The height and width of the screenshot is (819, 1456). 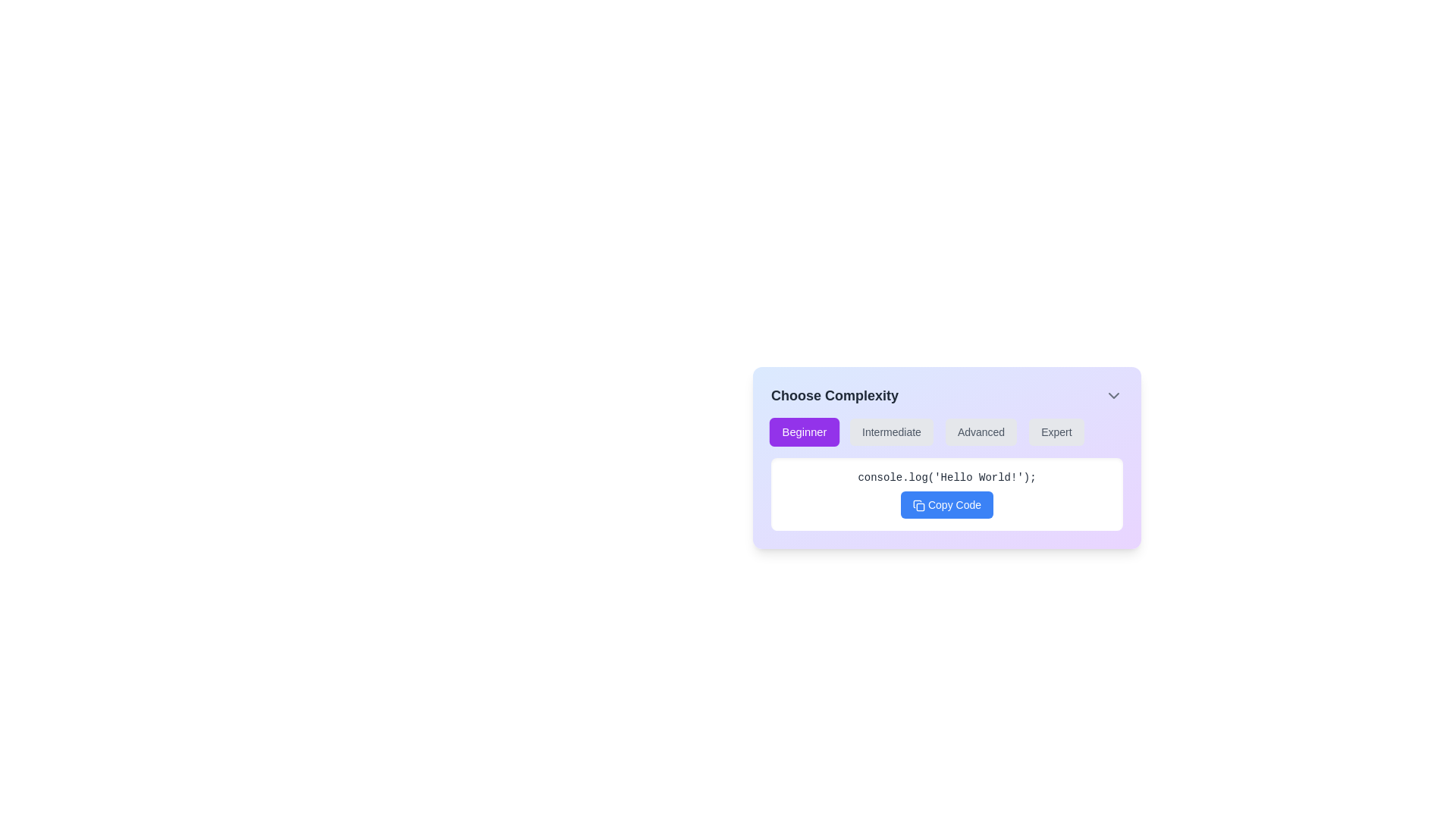 What do you see at coordinates (946, 505) in the screenshot?
I see `the 'Copy Code' button, which has a bright blue background and white text, located below the code snippet 'console.log('Hello World!');'` at bounding box center [946, 505].